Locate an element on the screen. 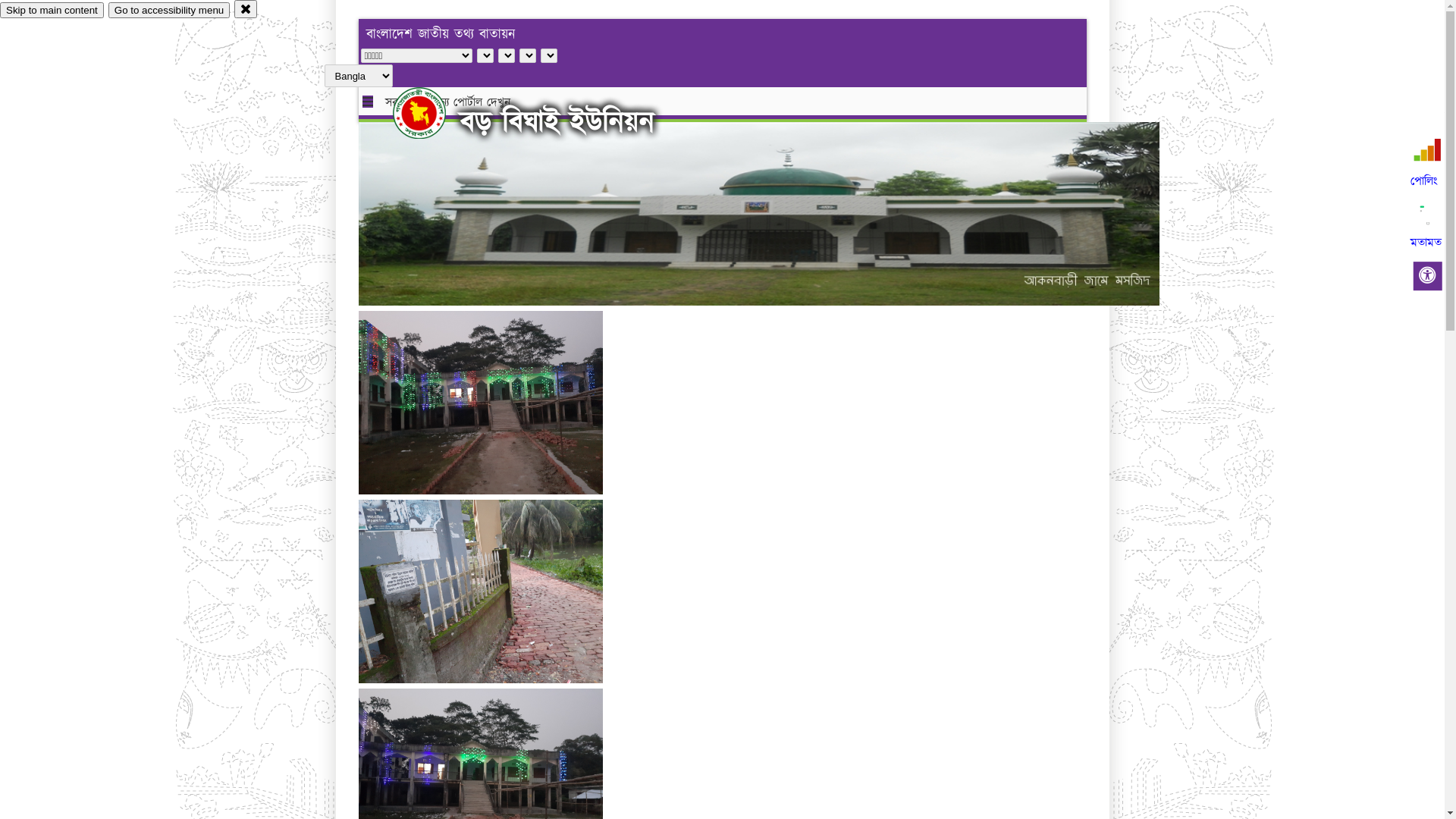 The image size is (1456, 819). 'Skip to main content' is located at coordinates (52, 10).